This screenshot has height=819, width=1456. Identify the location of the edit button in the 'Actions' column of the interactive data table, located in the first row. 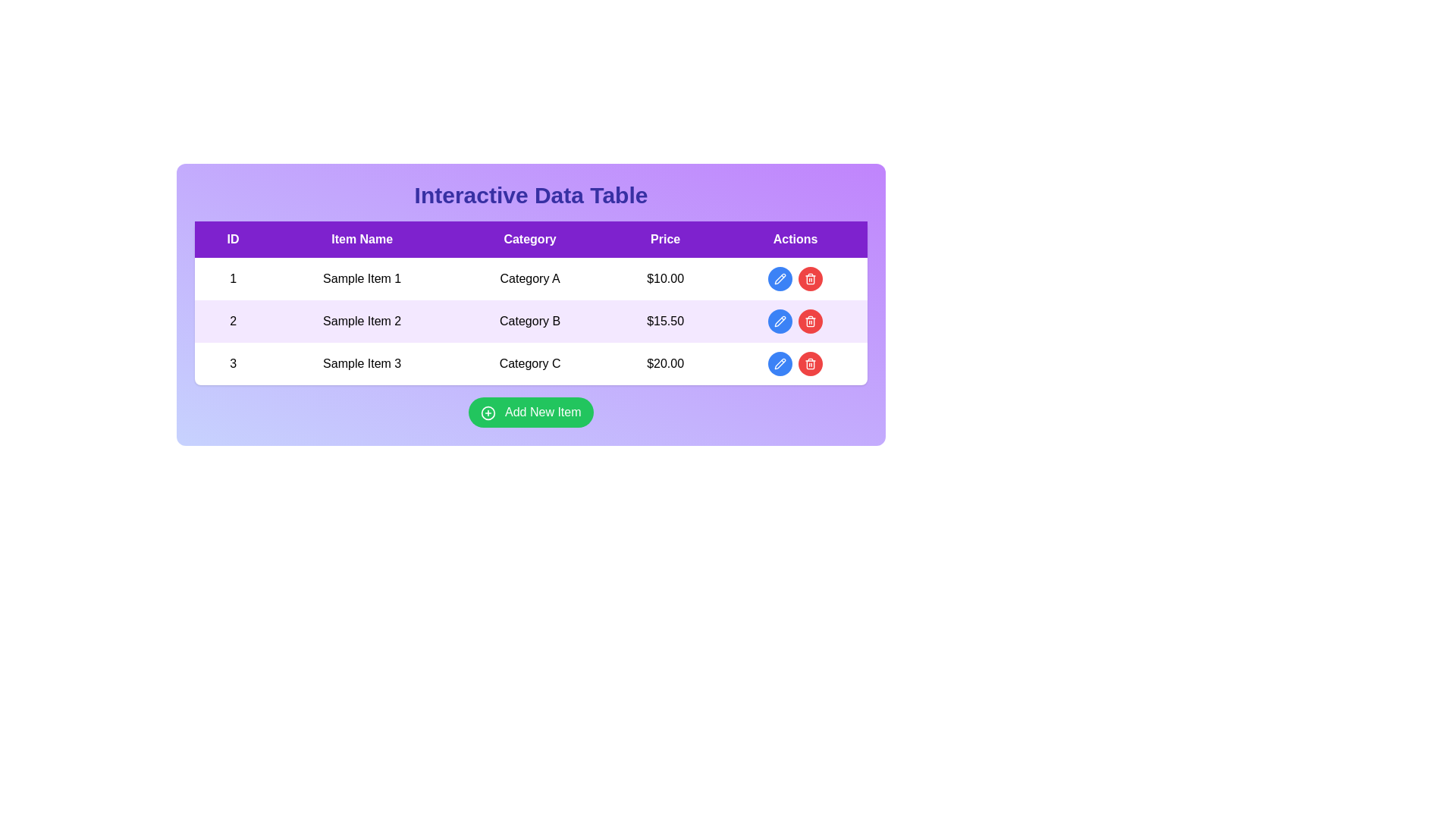
(780, 278).